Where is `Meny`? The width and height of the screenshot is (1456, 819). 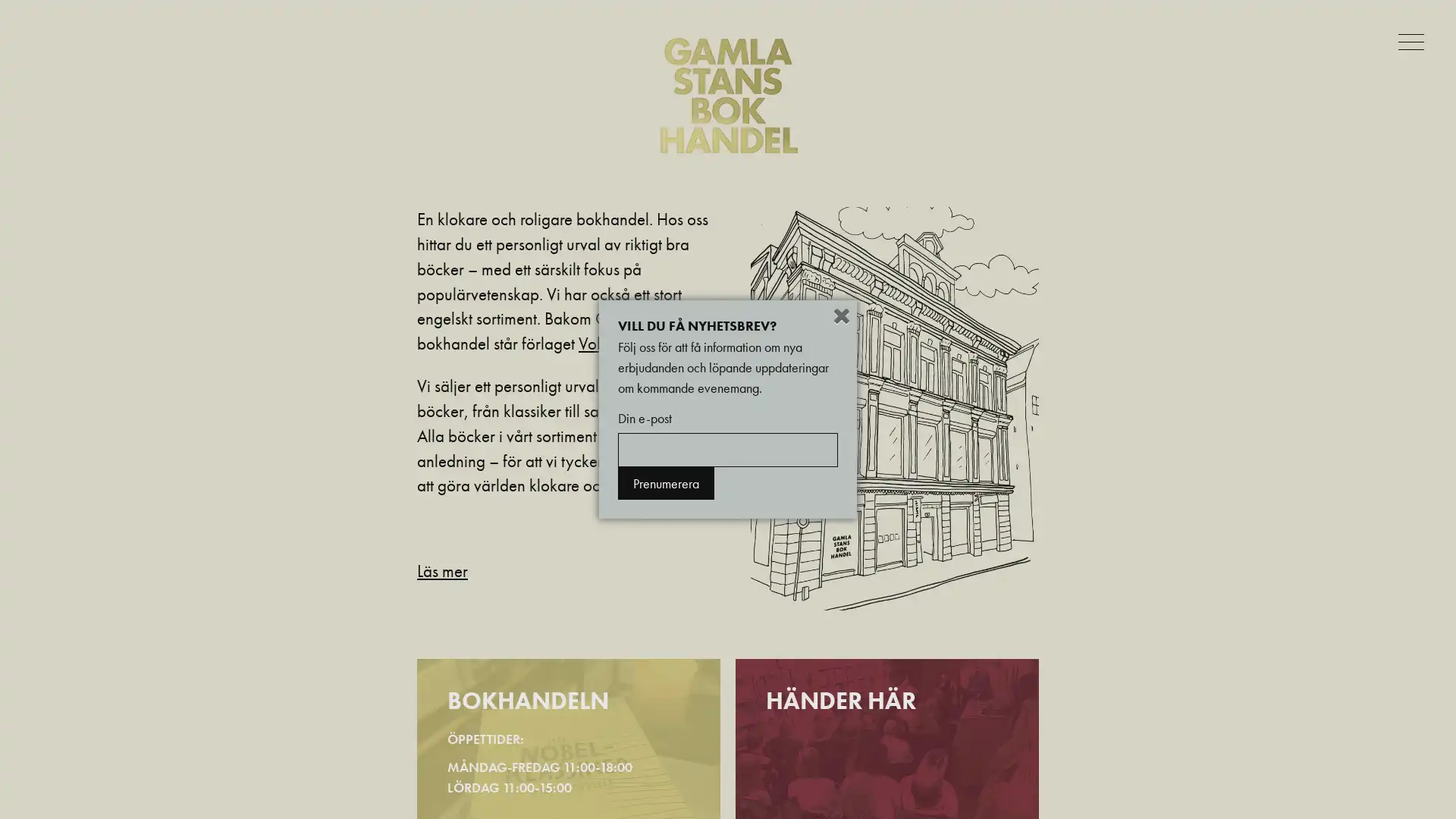
Meny is located at coordinates (1414, 40).